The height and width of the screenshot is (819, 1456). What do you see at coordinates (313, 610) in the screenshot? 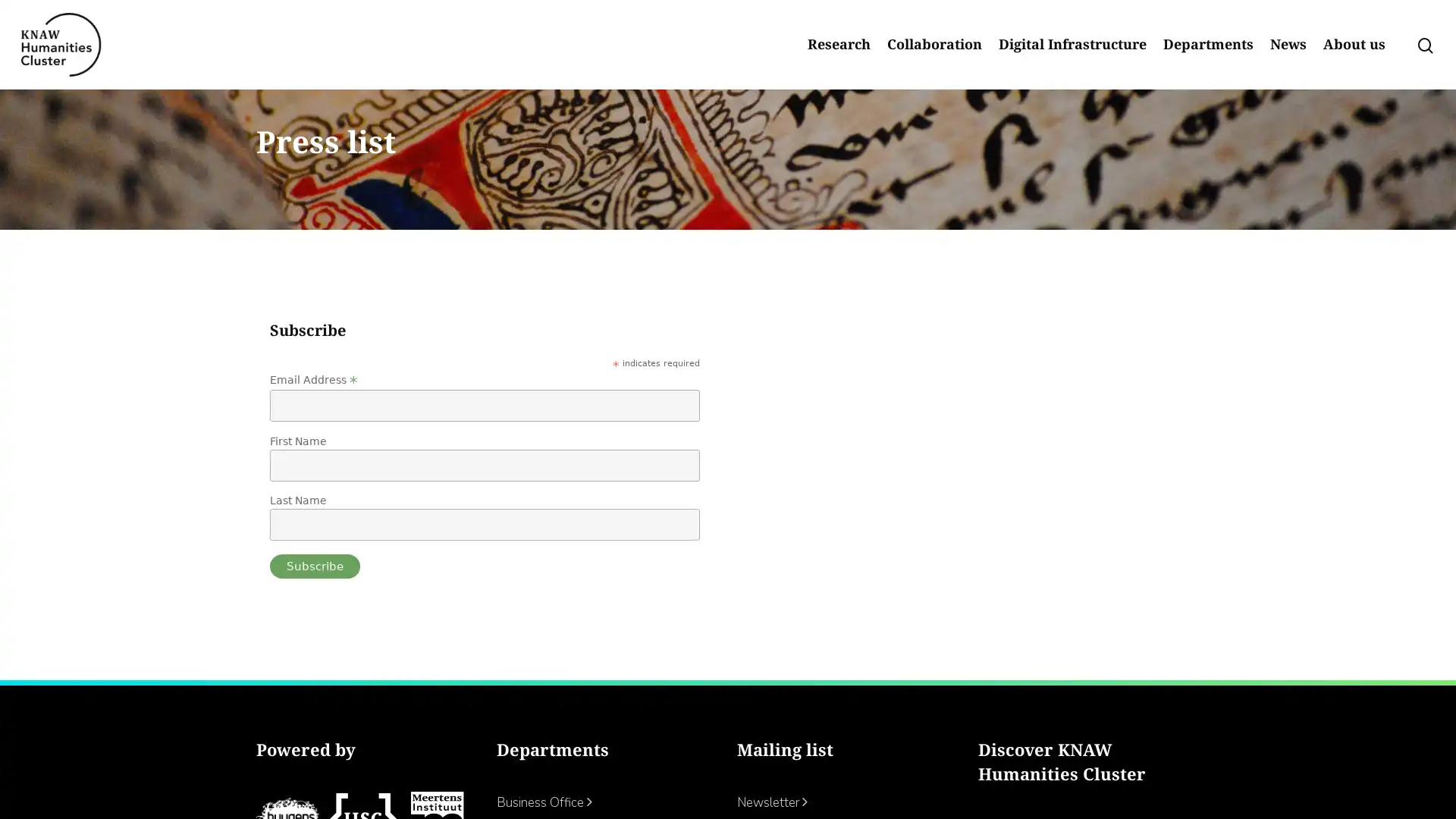
I see `Subscribe` at bounding box center [313, 610].